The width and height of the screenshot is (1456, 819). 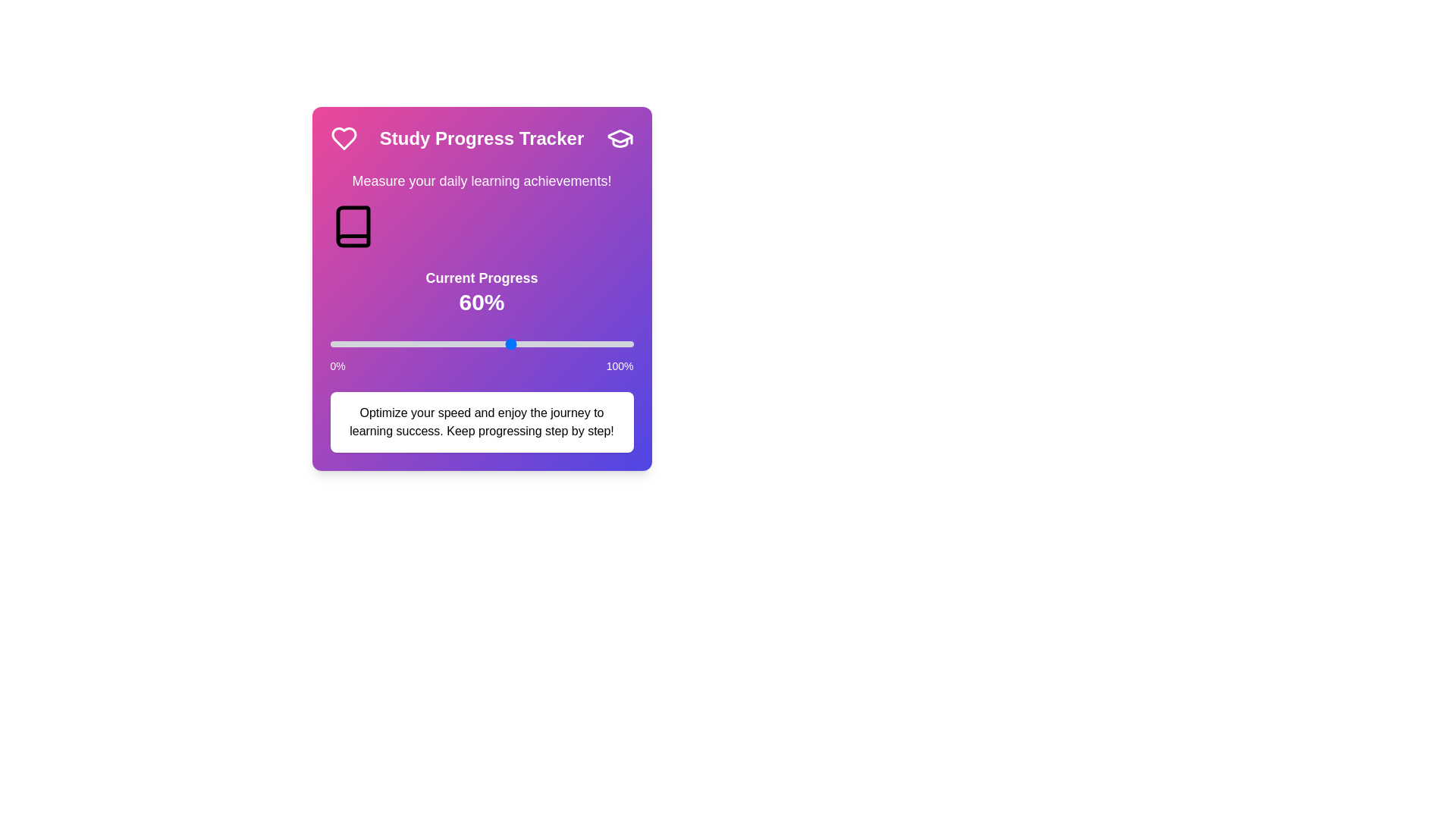 What do you see at coordinates (352, 227) in the screenshot?
I see `the Book icon to interact with it` at bounding box center [352, 227].